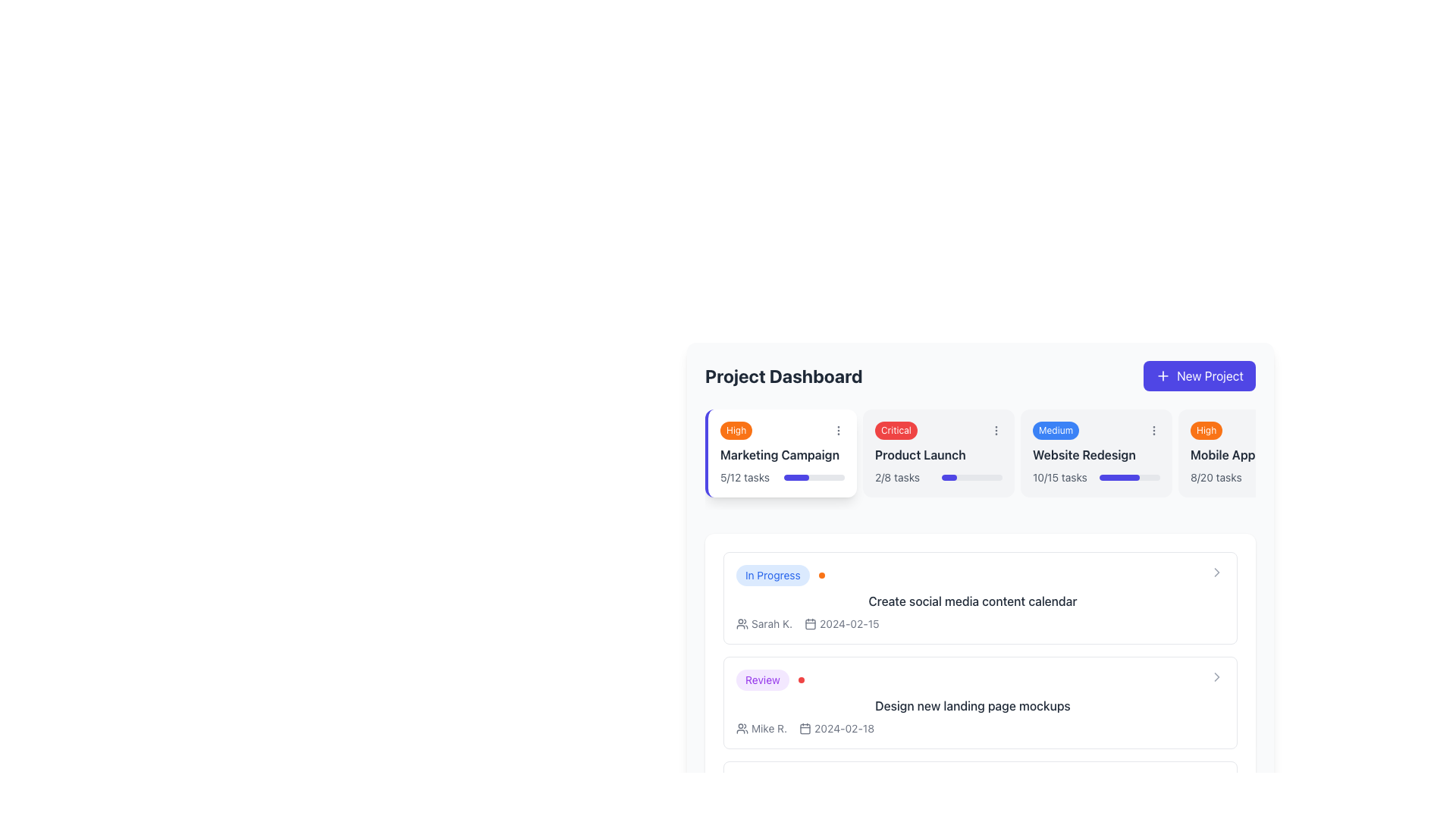 This screenshot has width=1456, height=819. I want to click on status text from the Label indicating that the task 'Create social media content calendar' is currently in progress, located in the 'Project Dashboard' interface, to the left of a small orange circular indicator, so click(773, 576).